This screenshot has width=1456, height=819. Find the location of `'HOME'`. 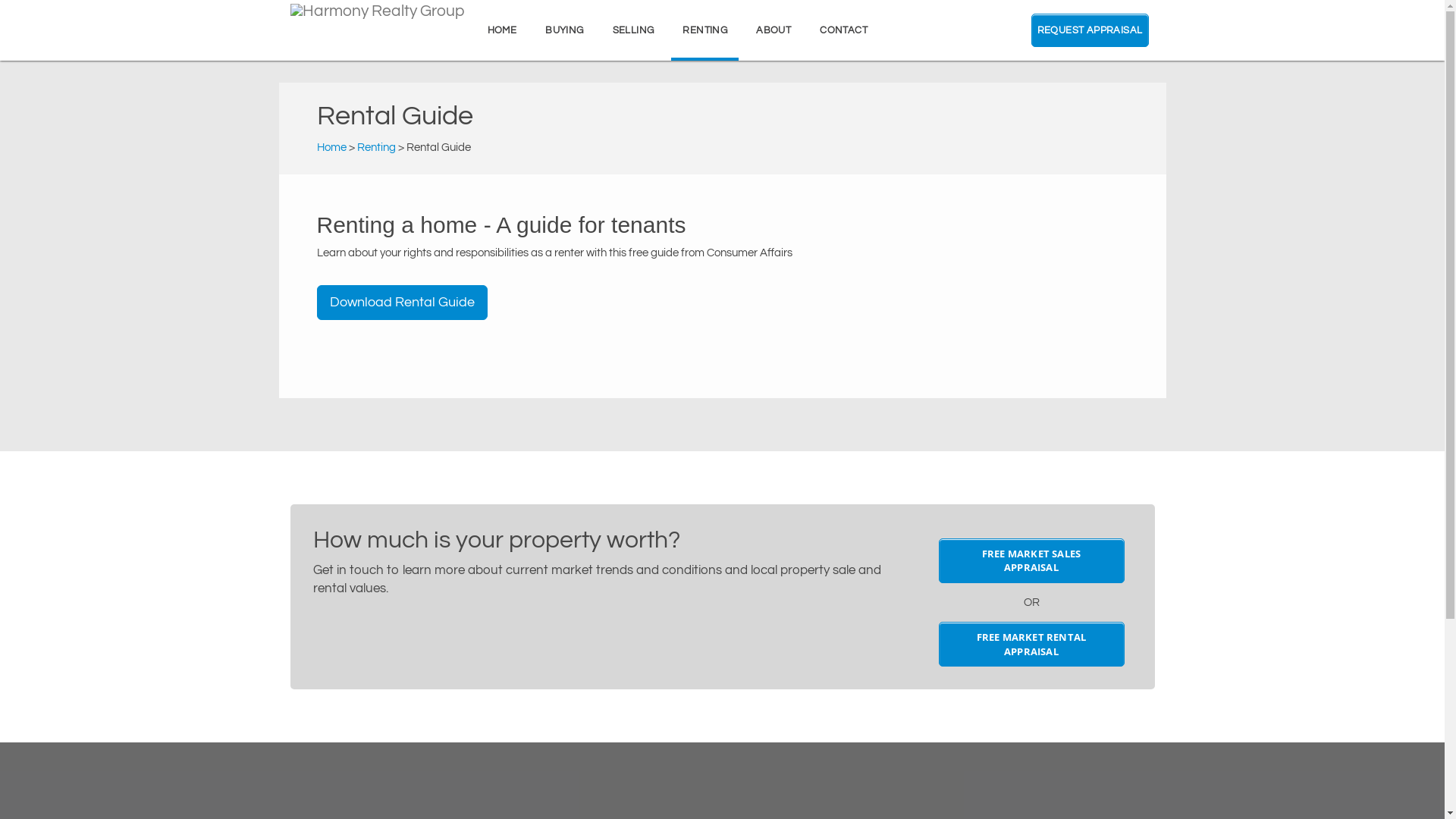

'HOME' is located at coordinates (475, 30).